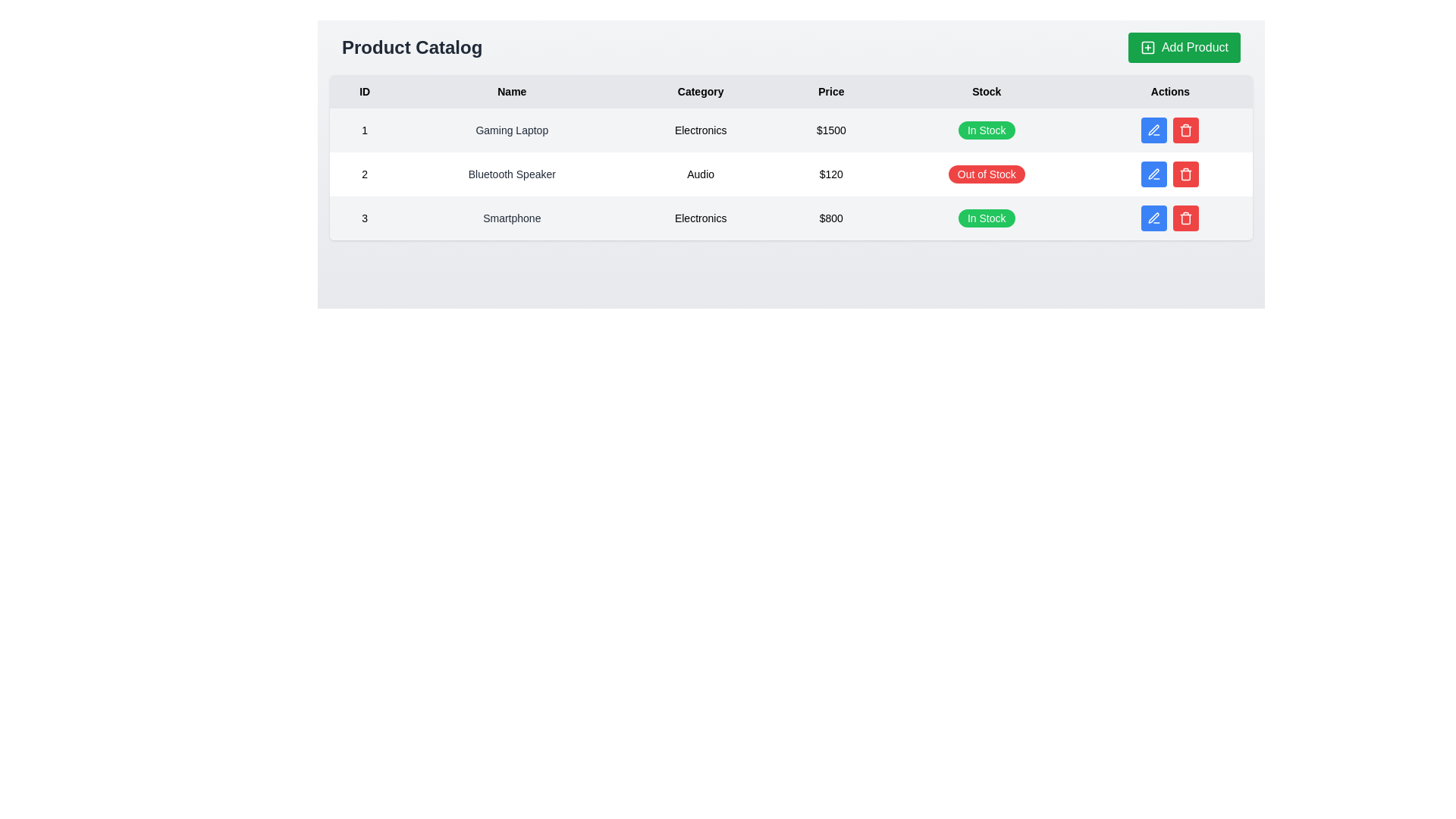  What do you see at coordinates (512, 130) in the screenshot?
I see `the Text label that represents the name or title of a product in the Name column of the first row in the table` at bounding box center [512, 130].